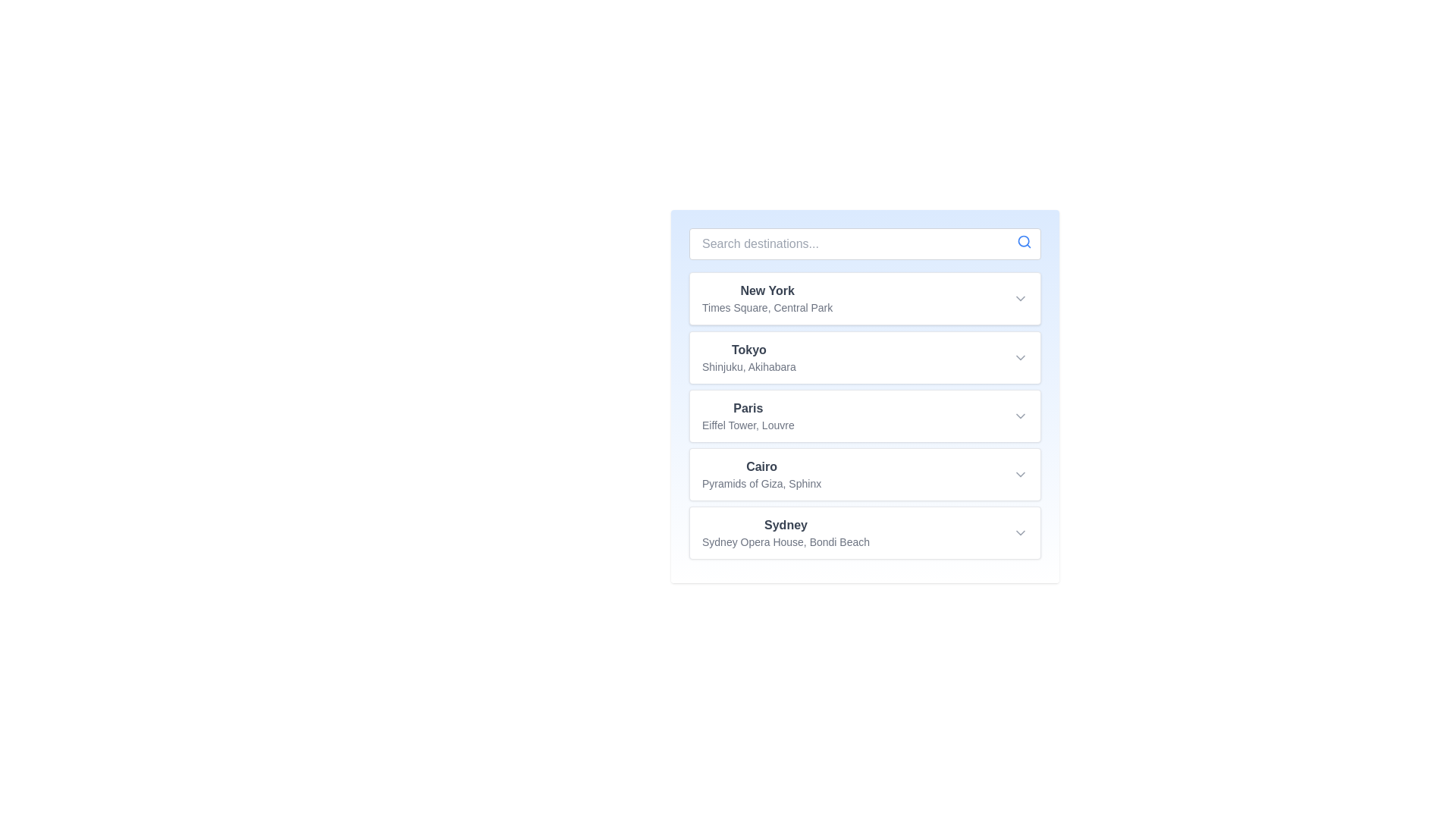 The height and width of the screenshot is (819, 1456). I want to click on the selectable option for the location 'Tokyo', which is the second listing in the vertical list of destinations, so click(748, 357).